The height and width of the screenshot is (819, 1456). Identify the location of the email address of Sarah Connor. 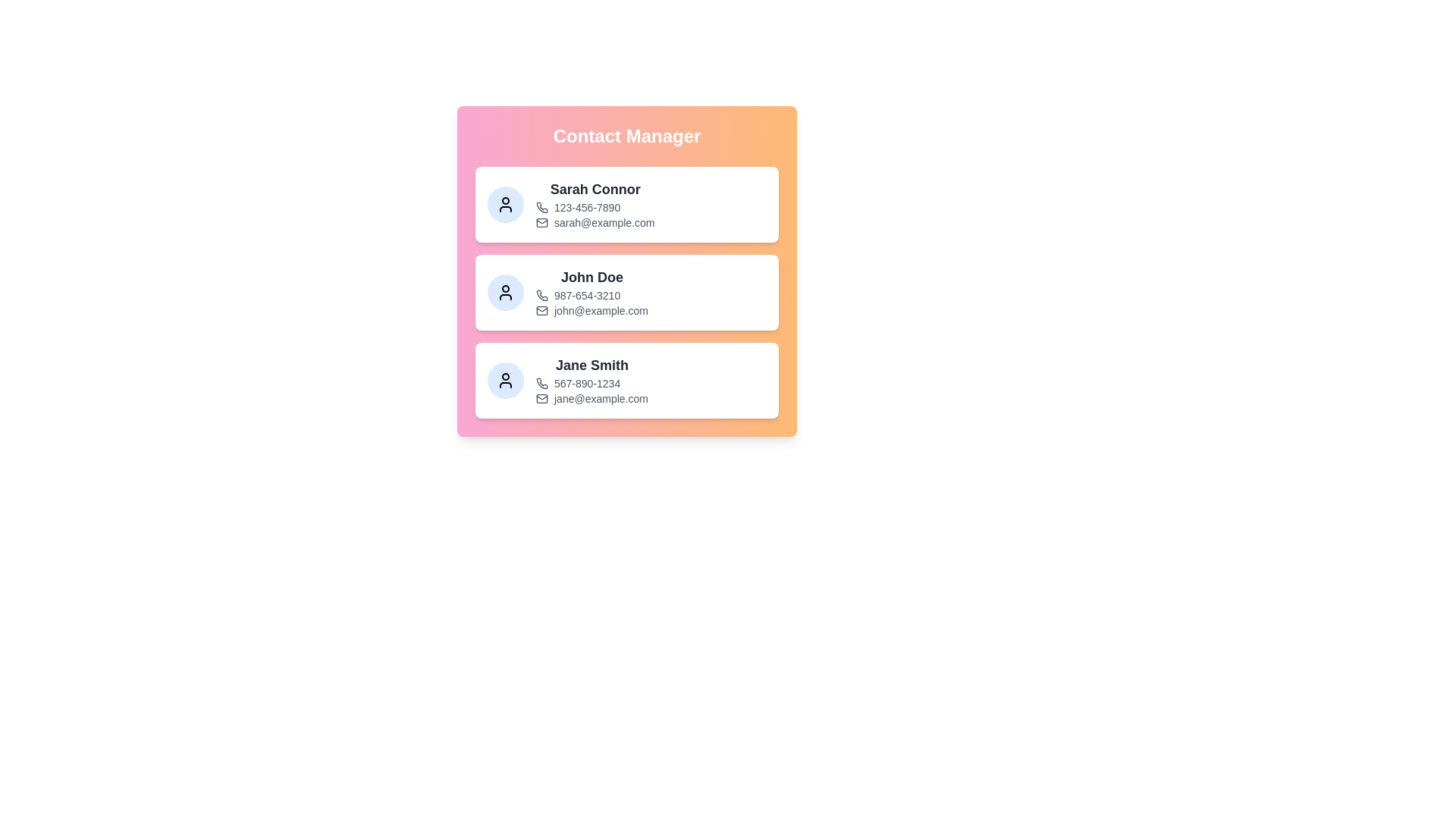
(604, 222).